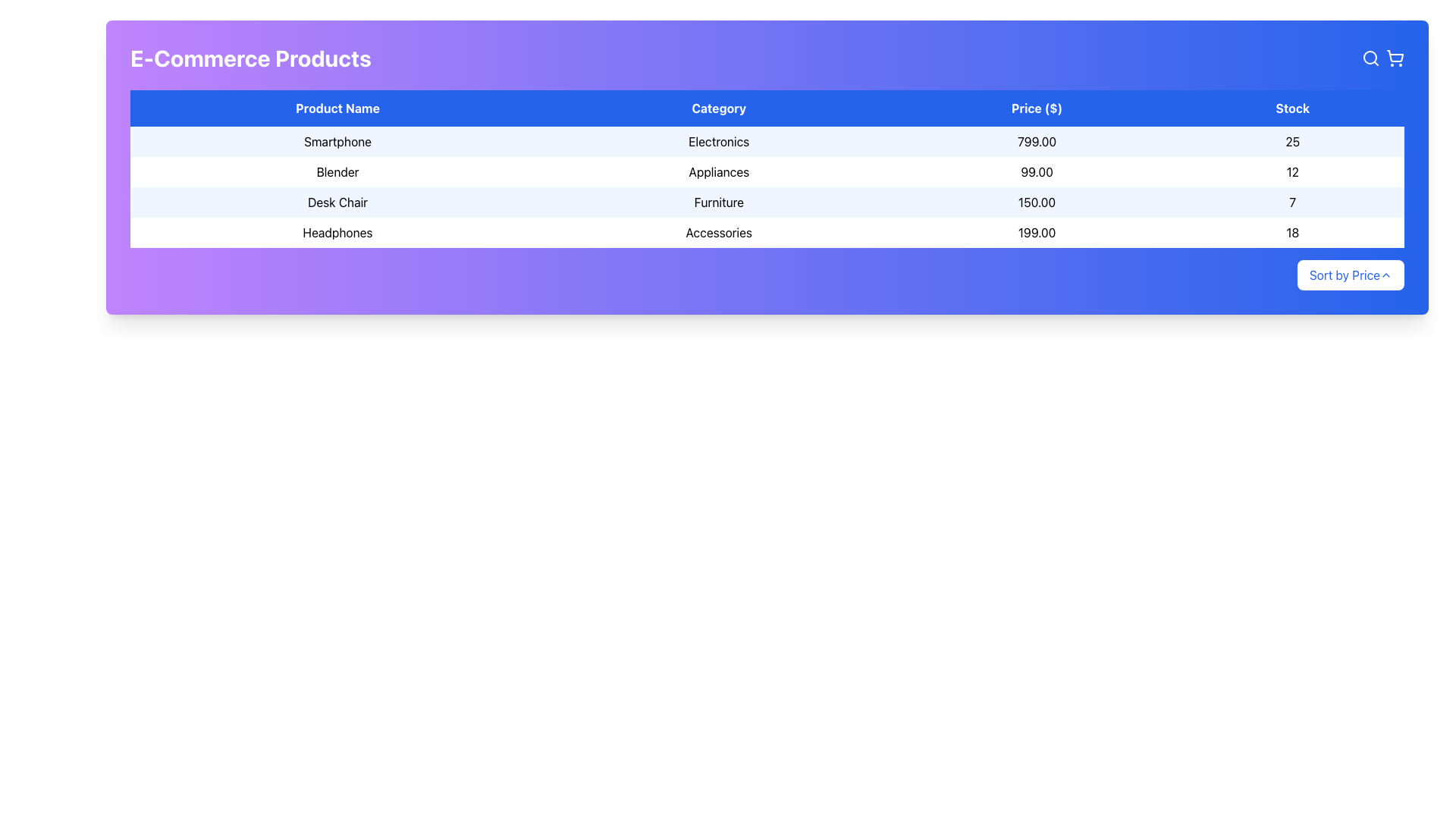 Image resolution: width=1456 pixels, height=819 pixels. I want to click on the 'Accessories' text label element located in the 'Category' column of the table, which is part of the row associated with 'Headphones', so click(718, 233).